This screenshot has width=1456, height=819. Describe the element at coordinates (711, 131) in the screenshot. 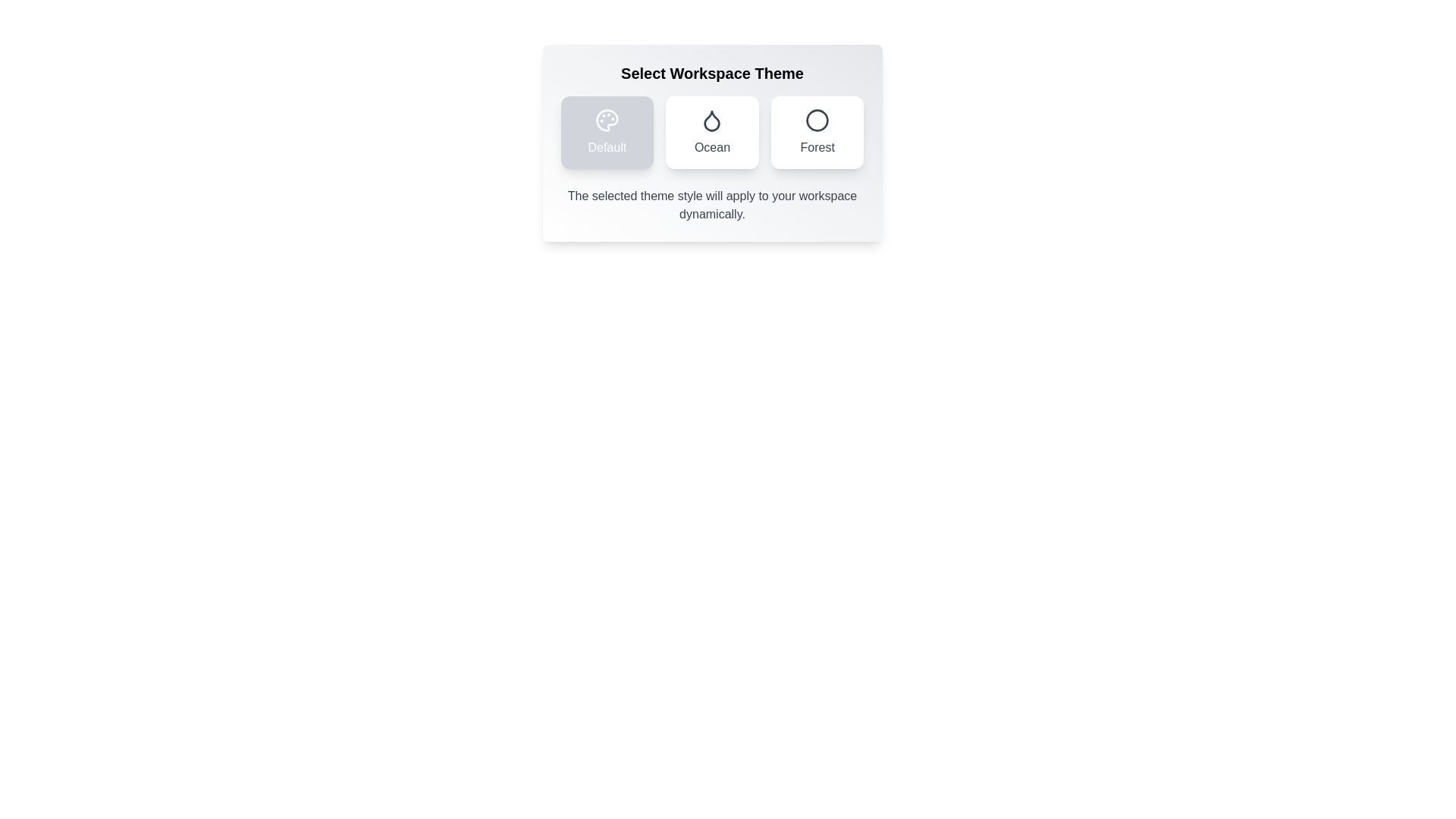

I see `the Ocean theme option to observe the visual feedback` at that location.